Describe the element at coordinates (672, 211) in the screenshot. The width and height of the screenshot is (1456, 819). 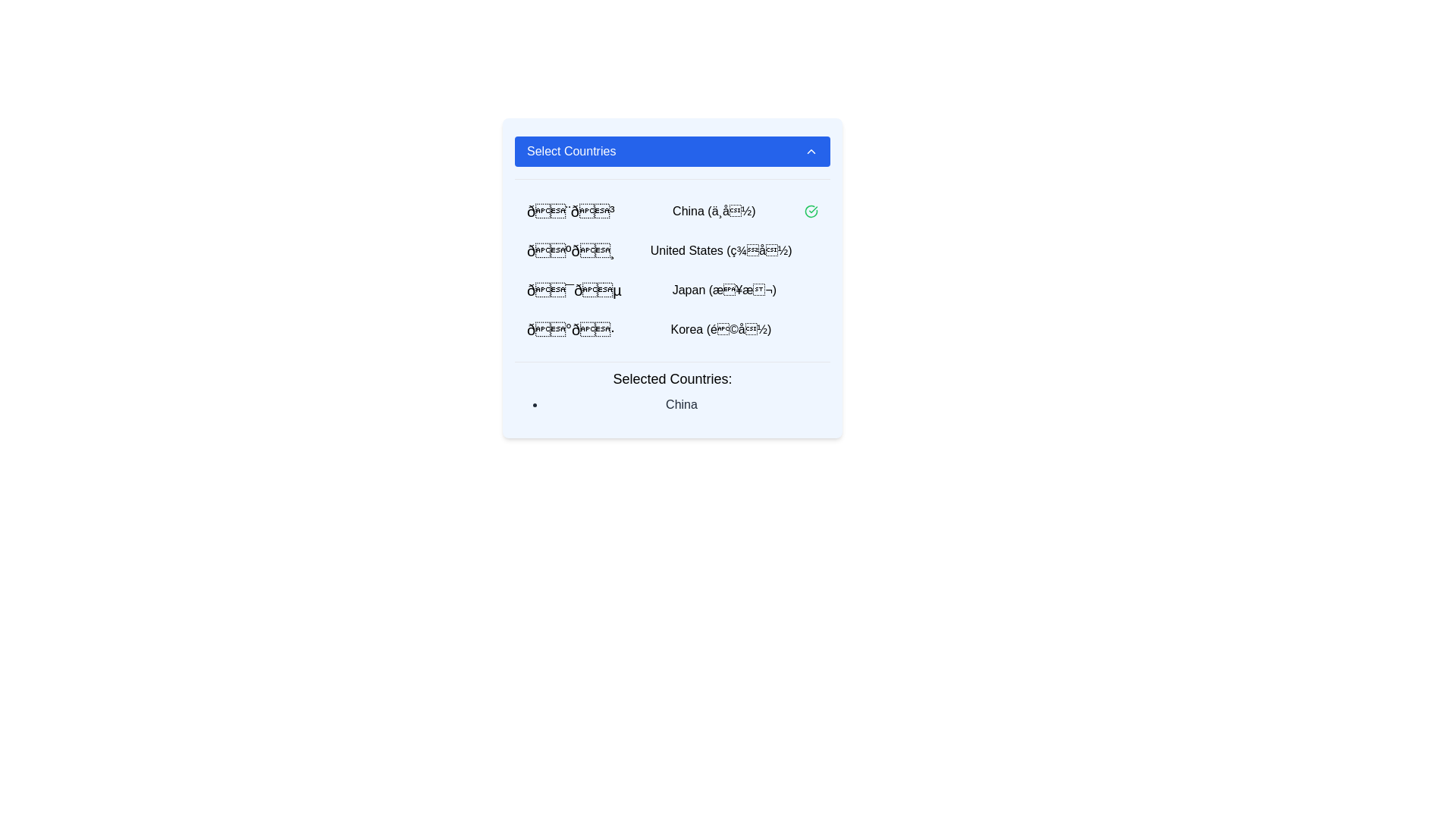
I see `the selectable list item for 'China (中国)'` at that location.